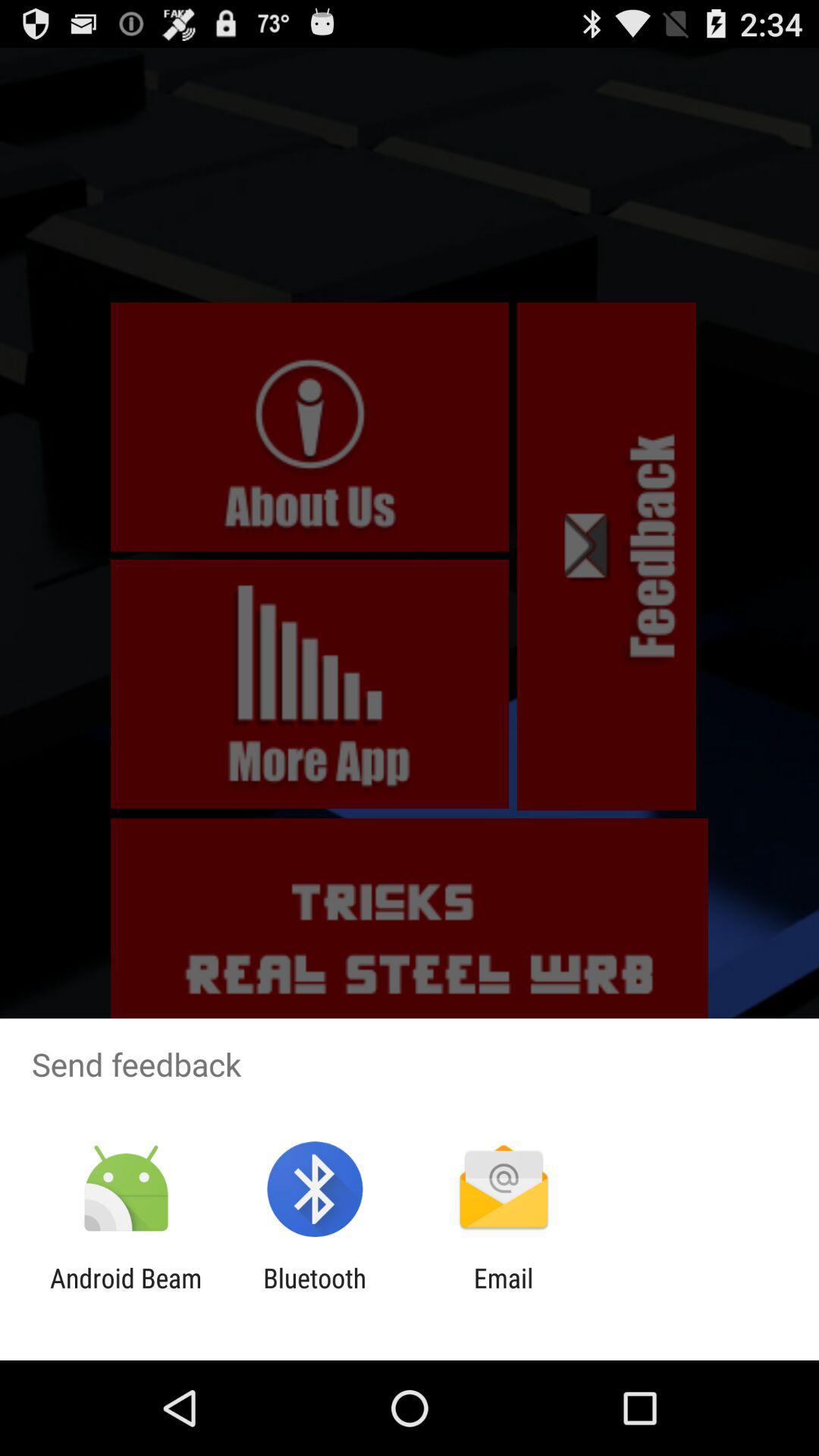 The width and height of the screenshot is (819, 1456). Describe the element at coordinates (504, 1293) in the screenshot. I see `icon next to bluetooth app` at that location.